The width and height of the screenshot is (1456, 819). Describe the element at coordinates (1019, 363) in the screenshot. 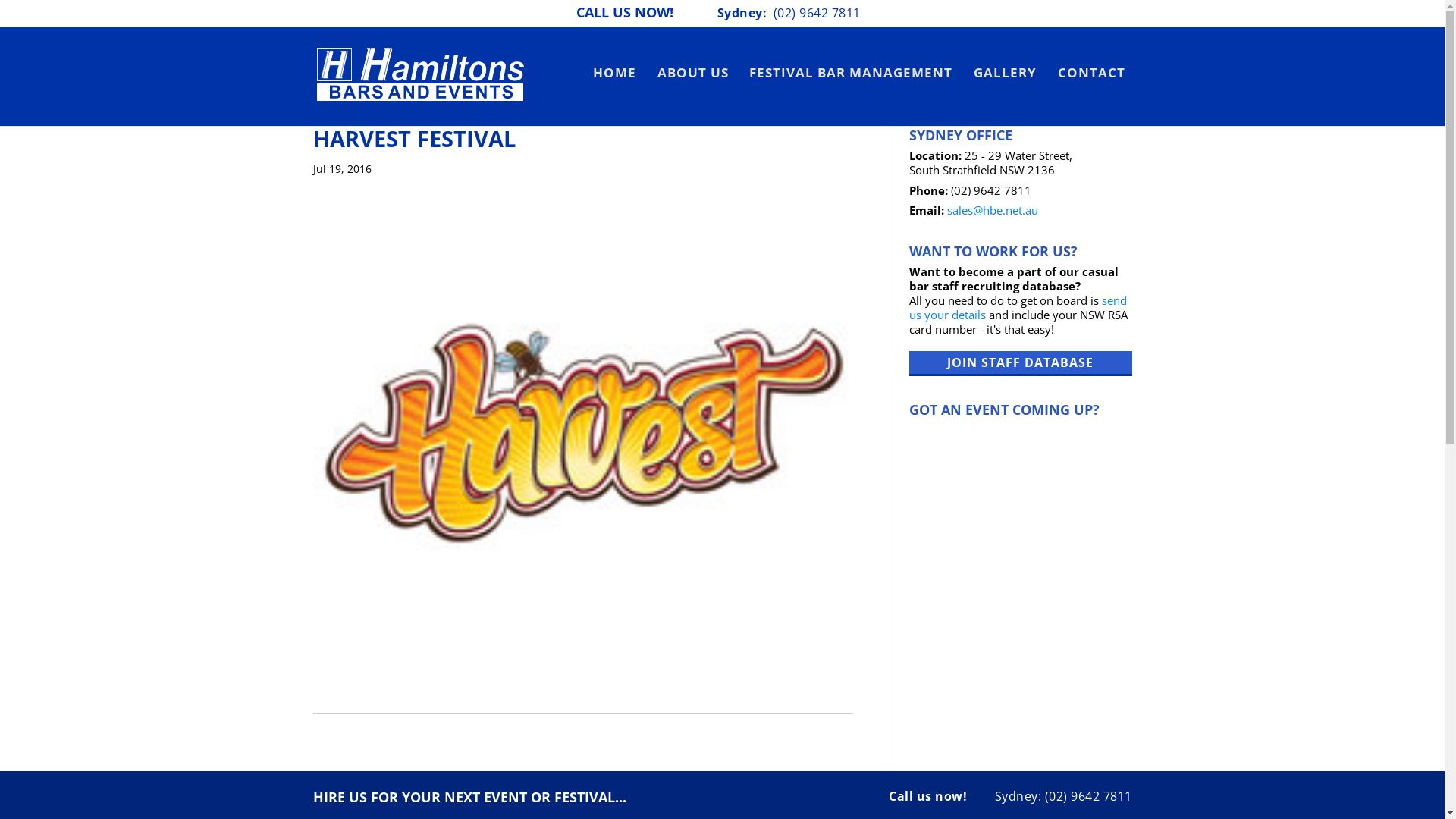

I see `'JOIN STAFF DATABASE'` at that location.